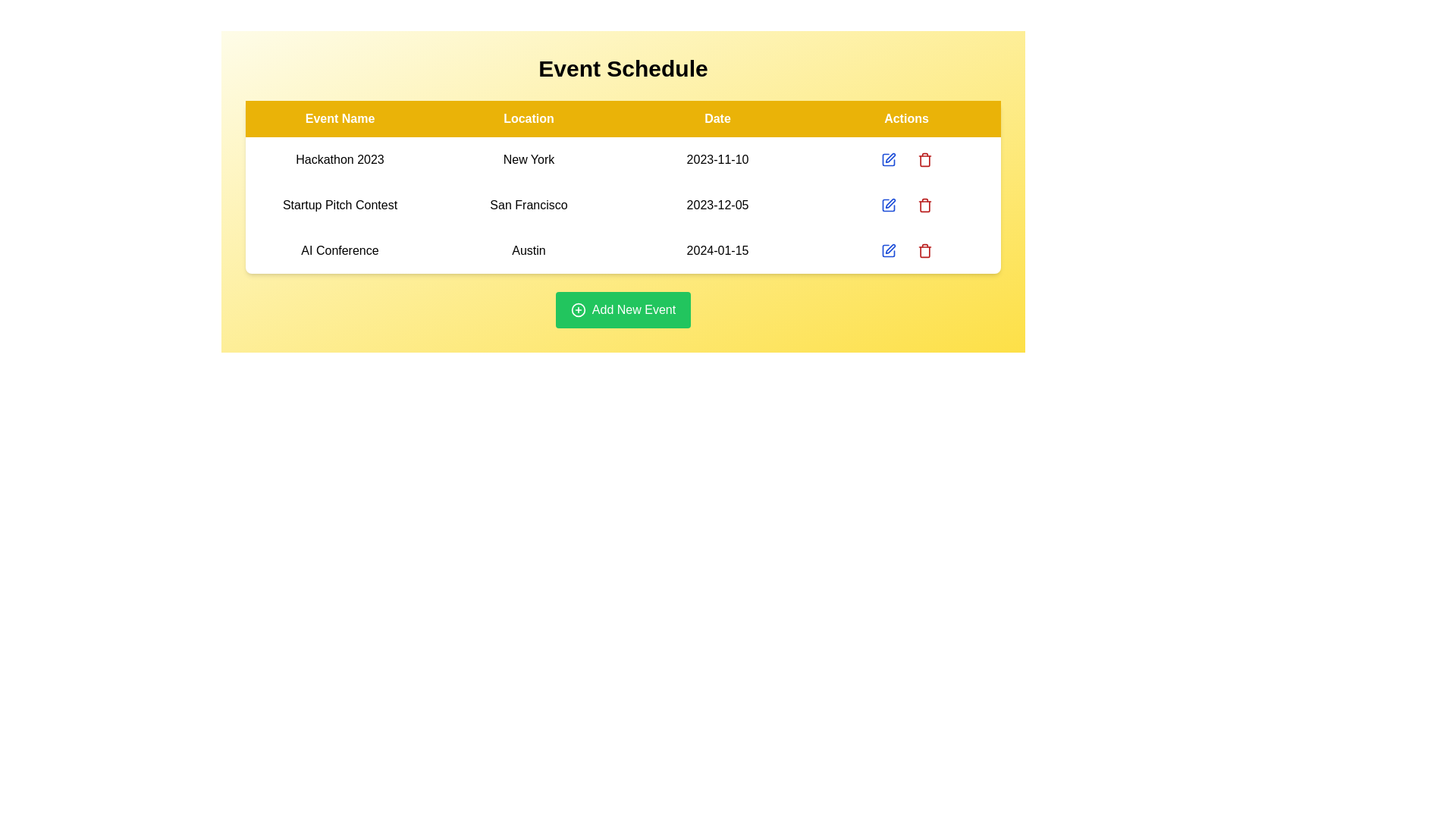  Describe the element at coordinates (924, 160) in the screenshot. I see `the event corresponding to the row labeled Hackathon 2023` at that location.